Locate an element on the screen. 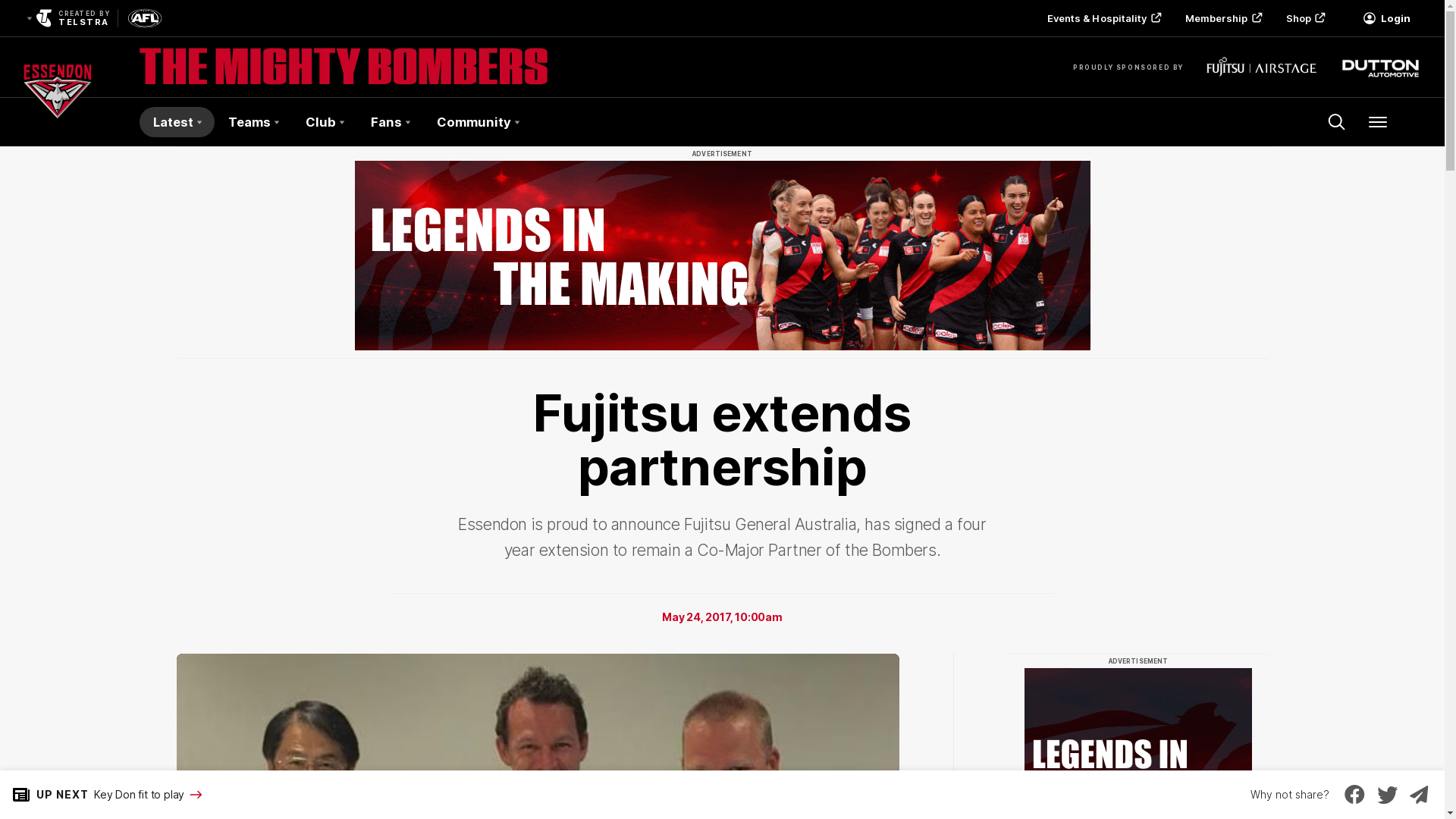  'Shop' is located at coordinates (1303, 17).